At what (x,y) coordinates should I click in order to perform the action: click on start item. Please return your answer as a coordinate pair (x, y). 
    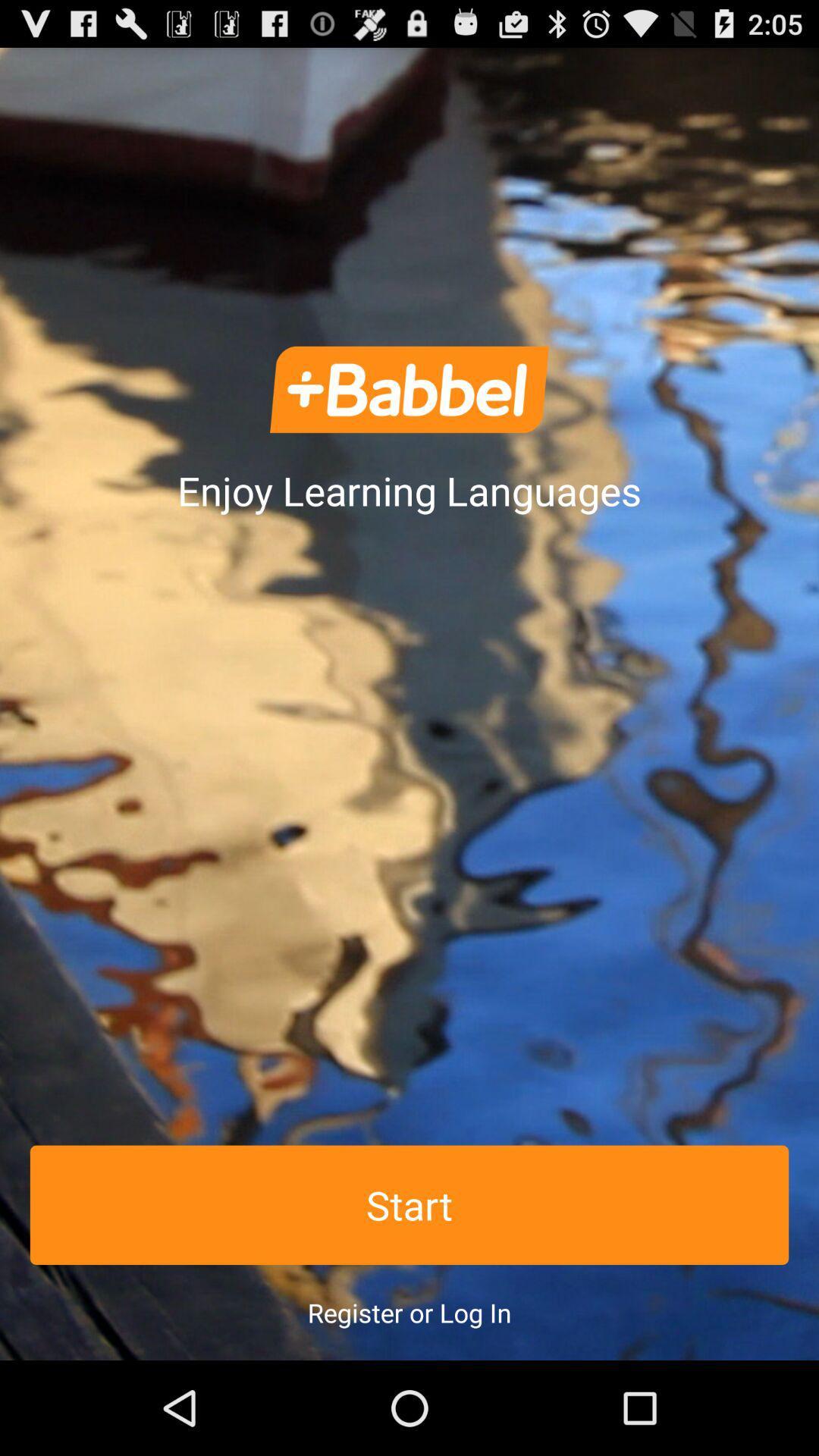
    Looking at the image, I should click on (409, 1204).